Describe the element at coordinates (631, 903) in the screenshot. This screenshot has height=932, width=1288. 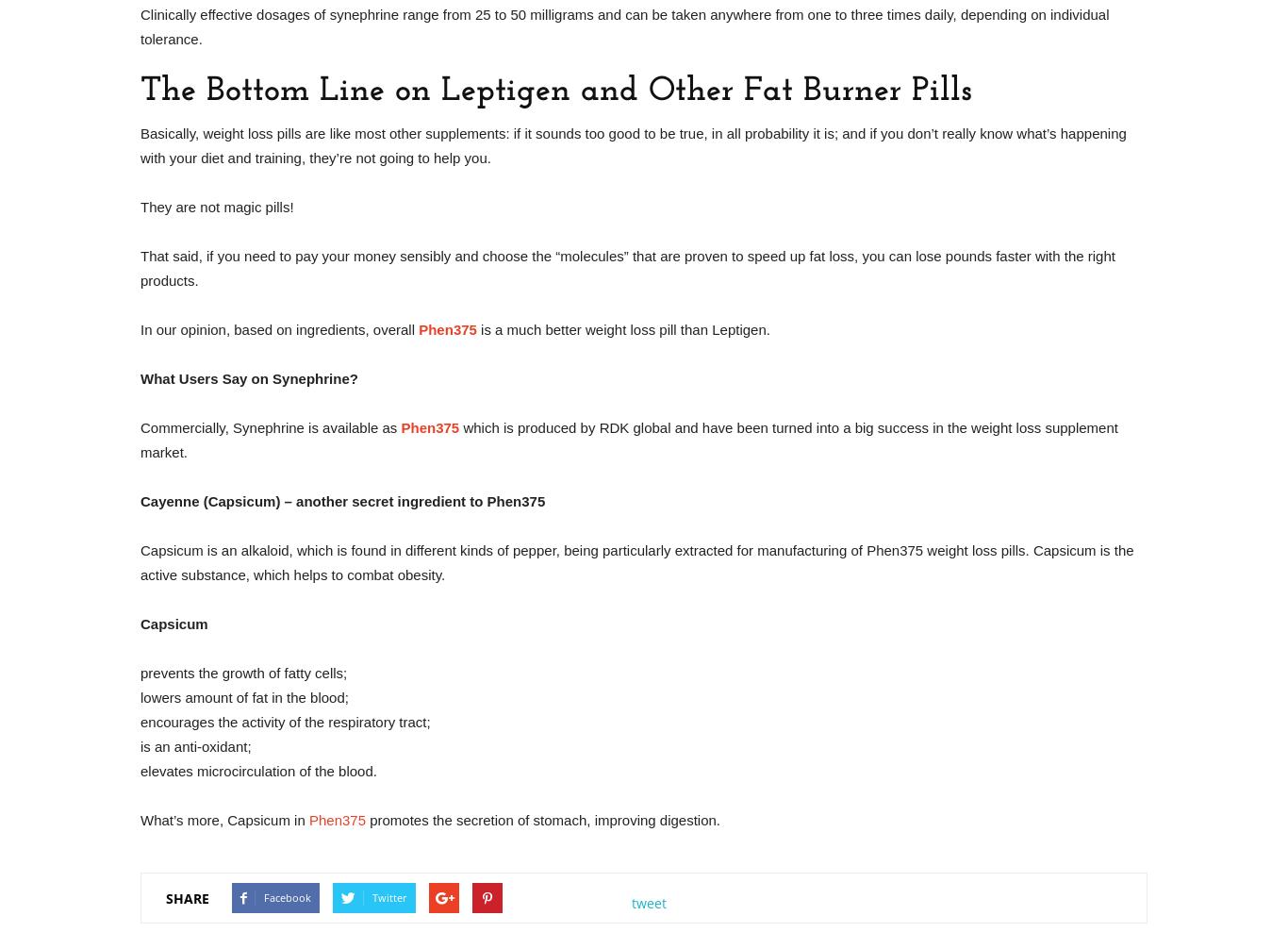
I see `'tweet'` at that location.